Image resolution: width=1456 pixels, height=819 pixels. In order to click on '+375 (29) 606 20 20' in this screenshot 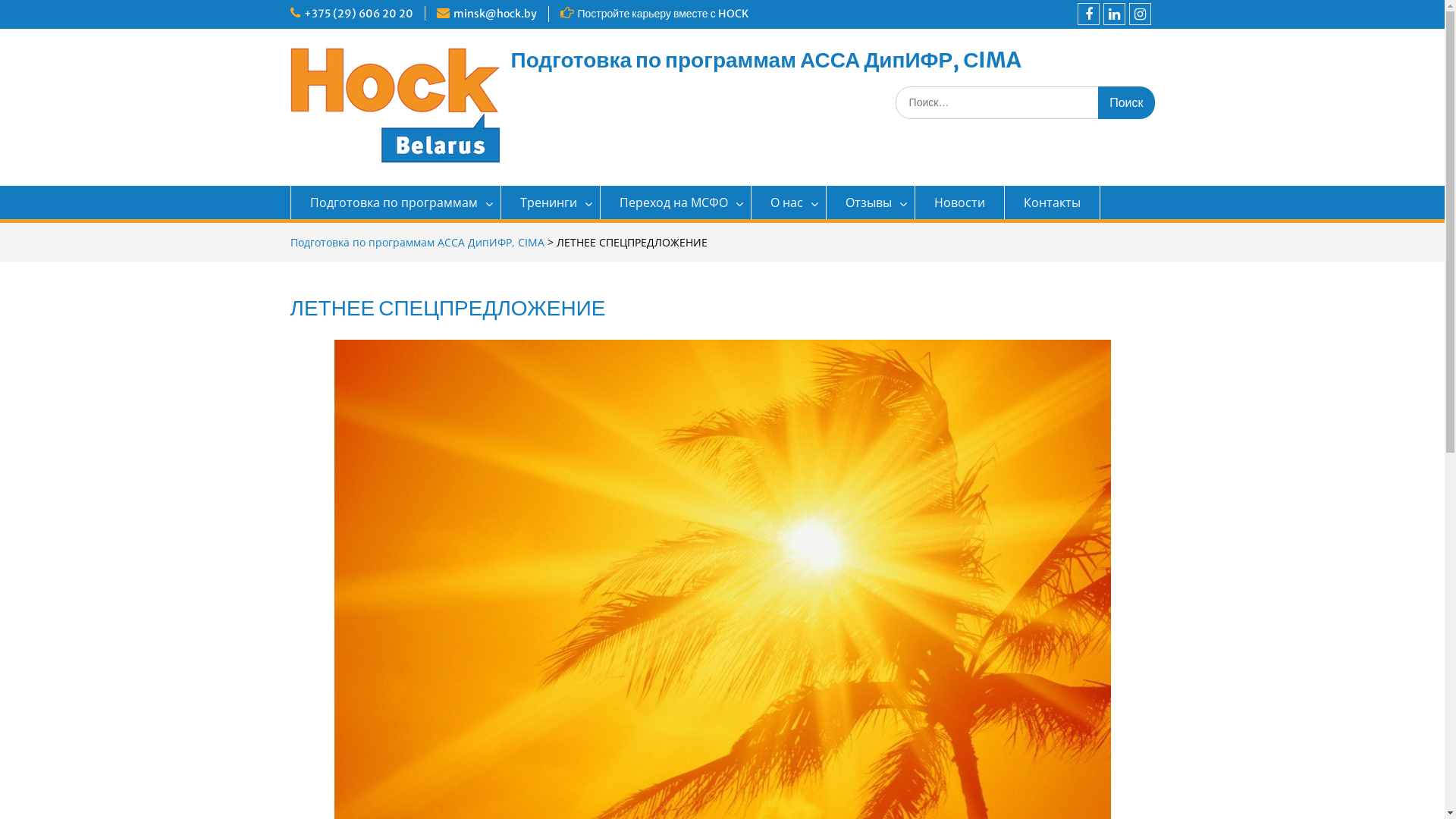, I will do `click(356, 14)`.